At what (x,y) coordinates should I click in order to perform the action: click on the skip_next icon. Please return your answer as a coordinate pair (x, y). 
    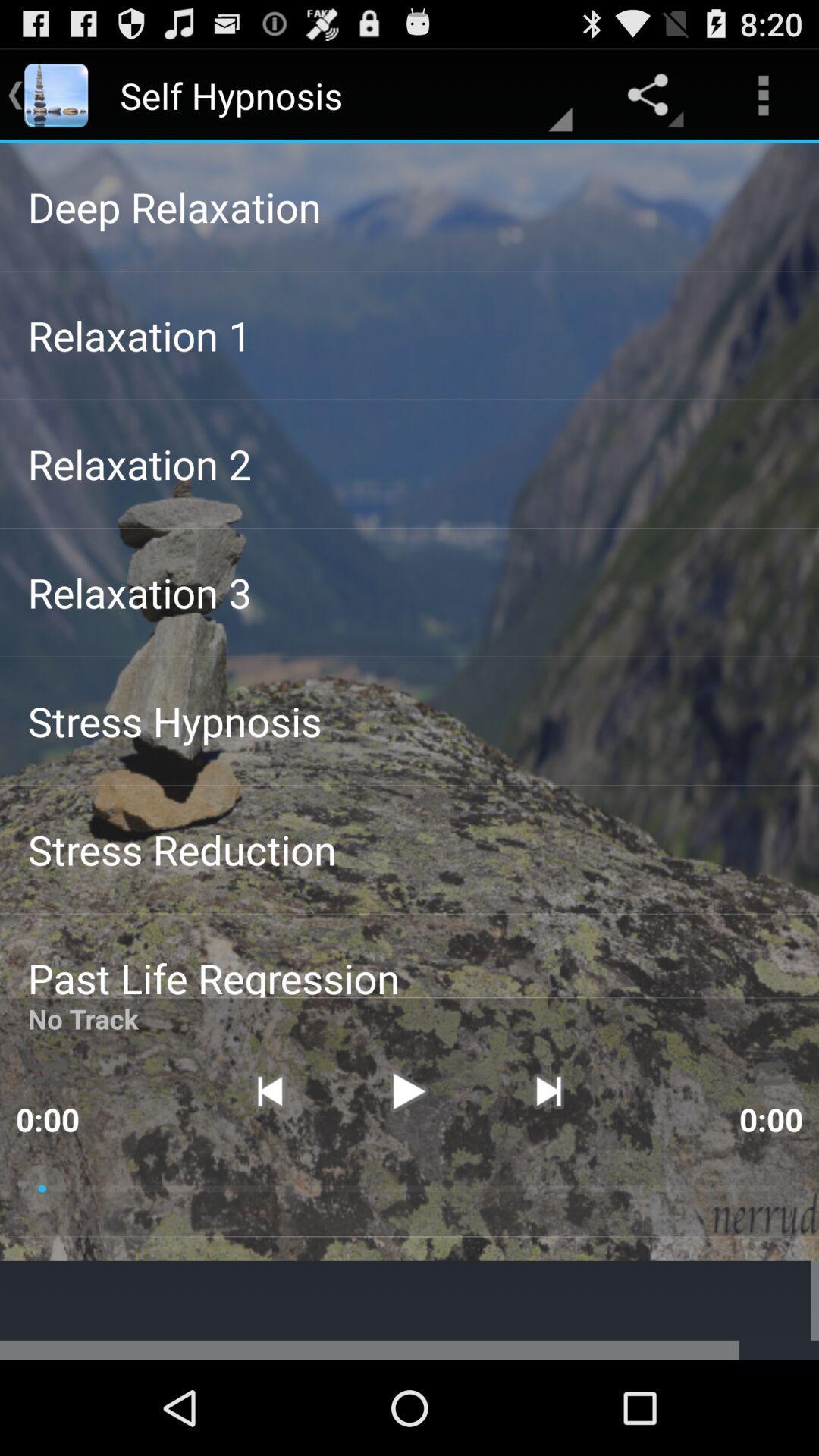
    Looking at the image, I should click on (548, 1166).